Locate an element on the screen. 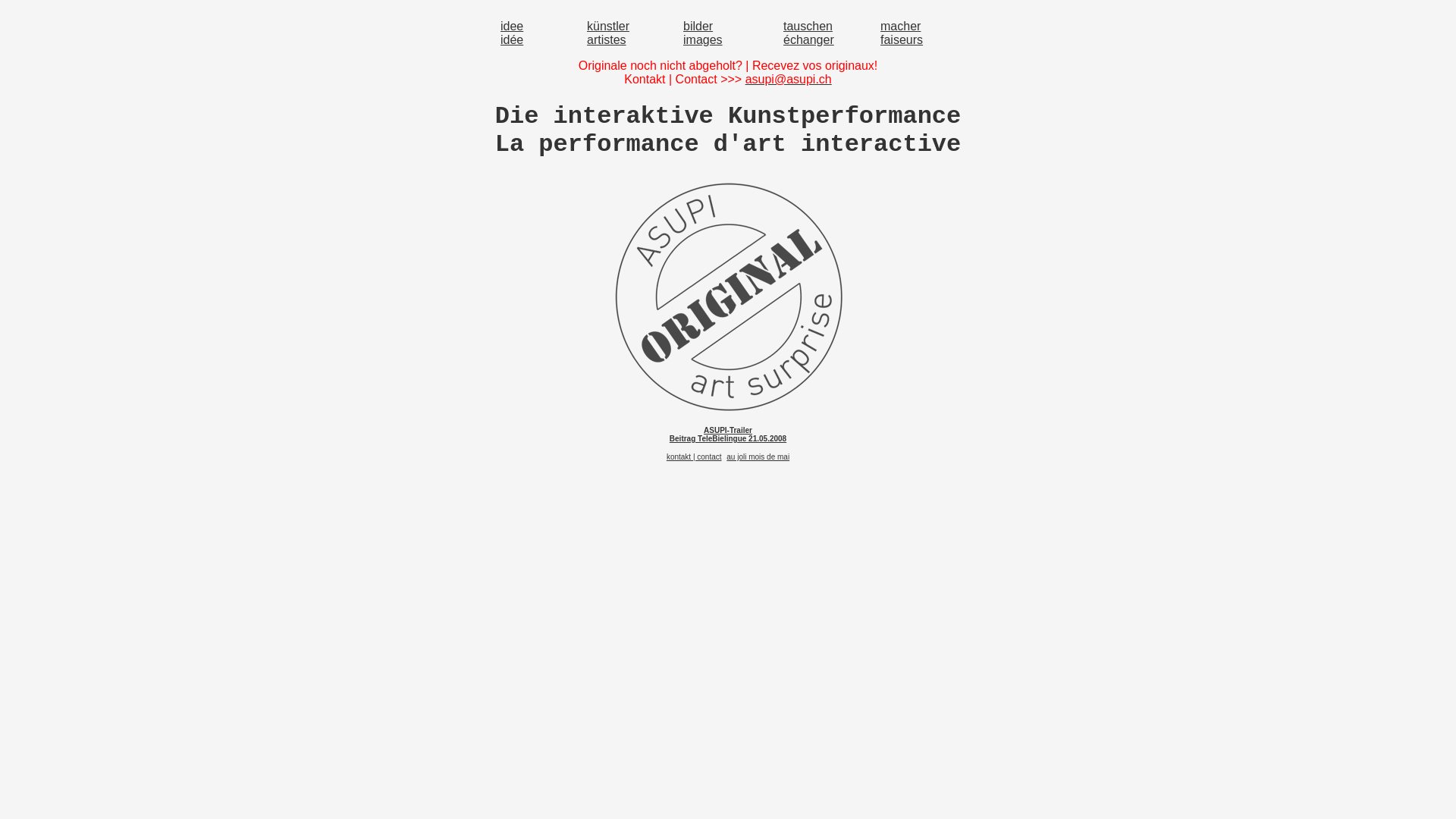 This screenshot has height=819, width=1456. 'images' is located at coordinates (701, 39).